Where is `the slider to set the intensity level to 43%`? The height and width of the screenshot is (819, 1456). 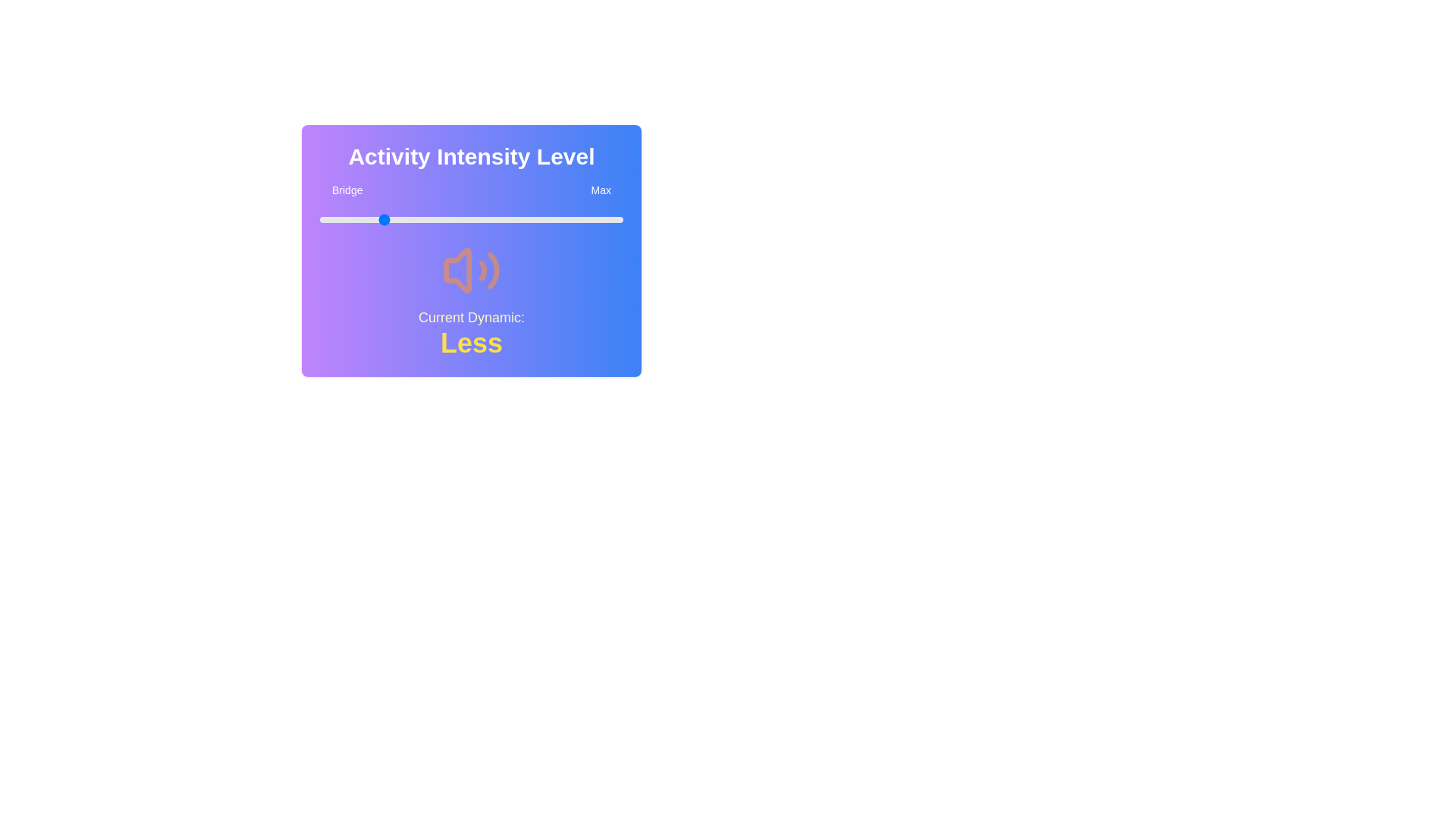 the slider to set the intensity level to 43% is located at coordinates (450, 219).